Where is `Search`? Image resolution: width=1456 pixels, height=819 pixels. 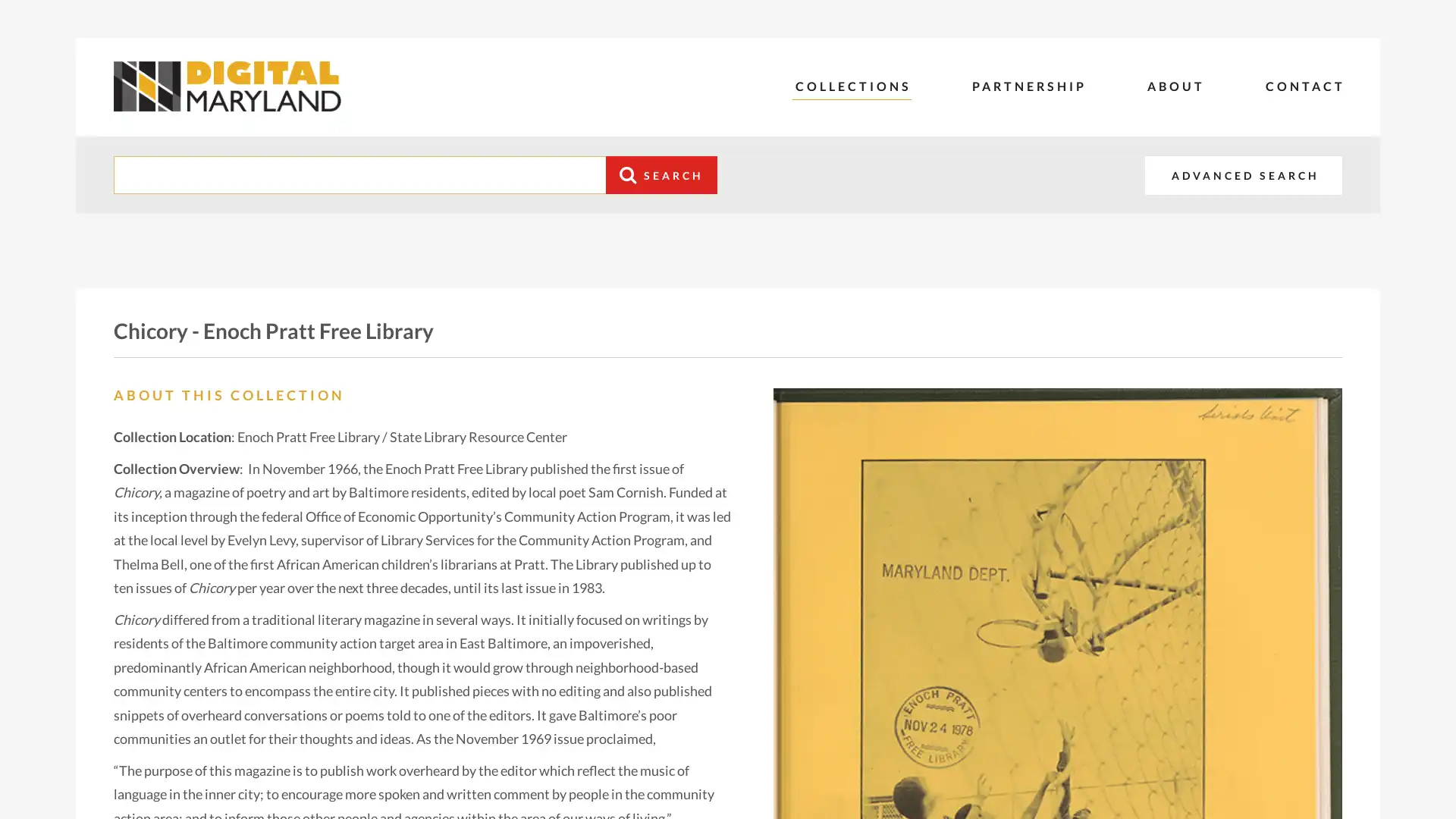 Search is located at coordinates (661, 174).